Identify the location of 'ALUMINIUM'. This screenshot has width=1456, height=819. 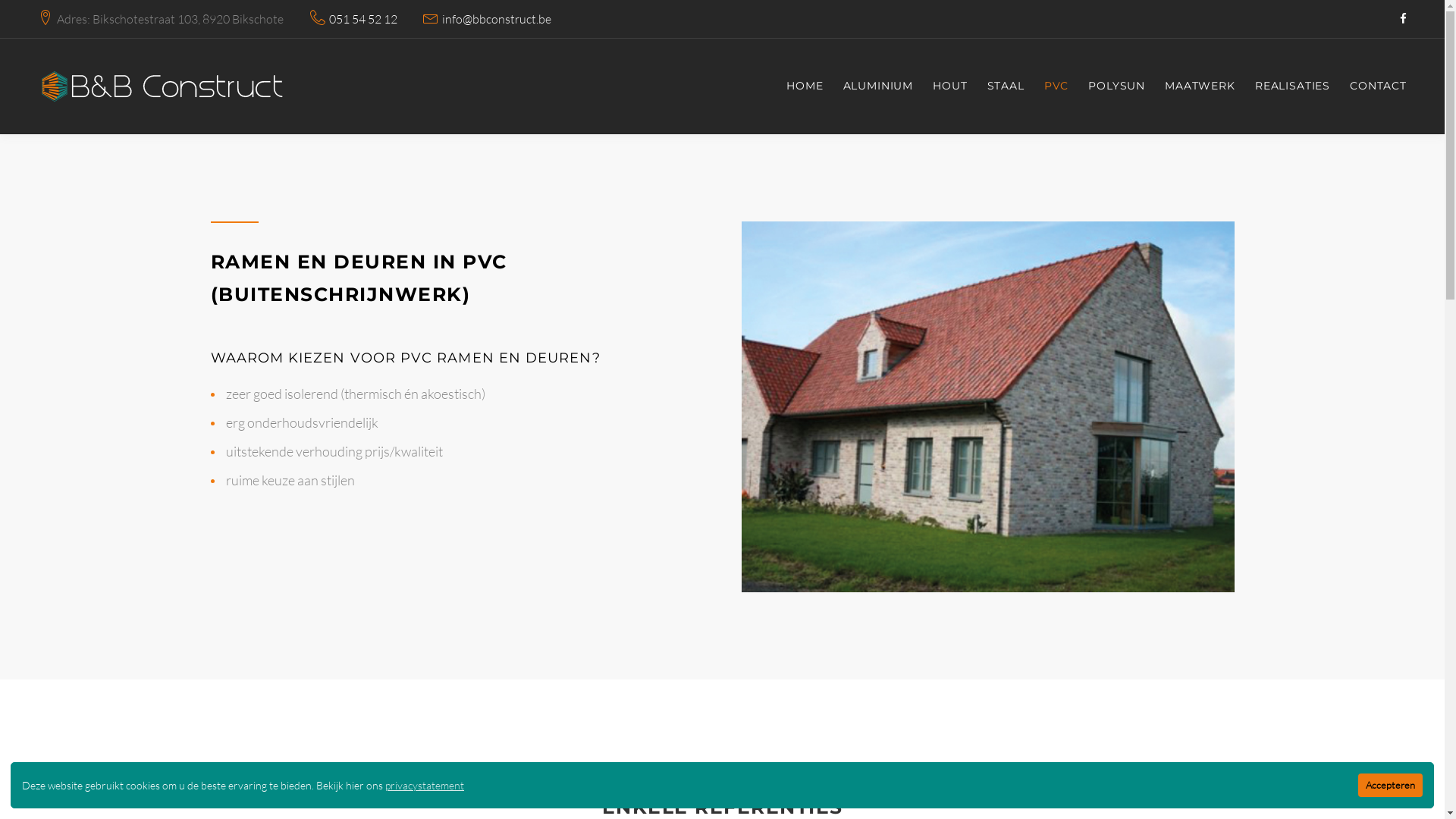
(878, 86).